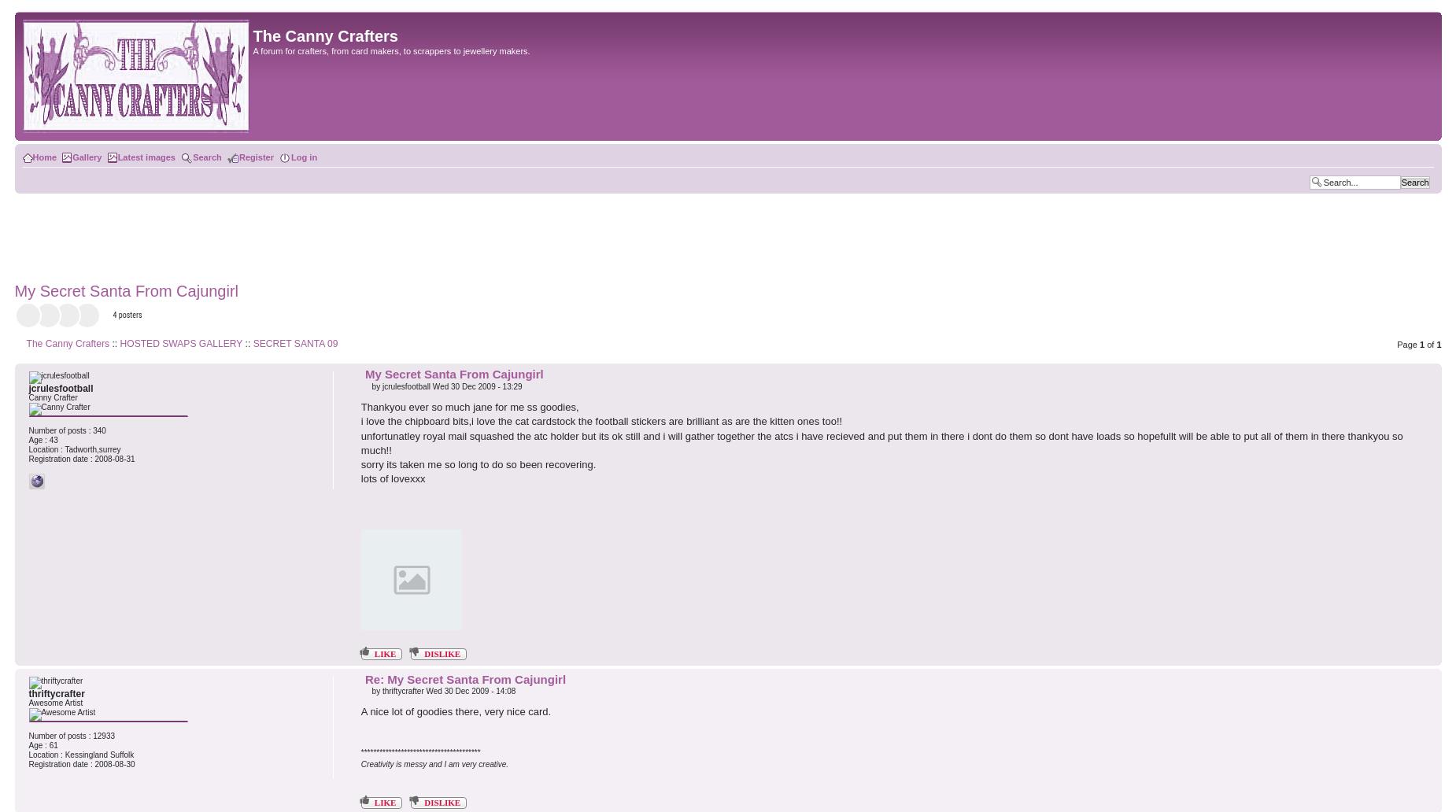 The height and width of the screenshot is (812, 1456). Describe the element at coordinates (54, 702) in the screenshot. I see `'Awesome Artist'` at that location.